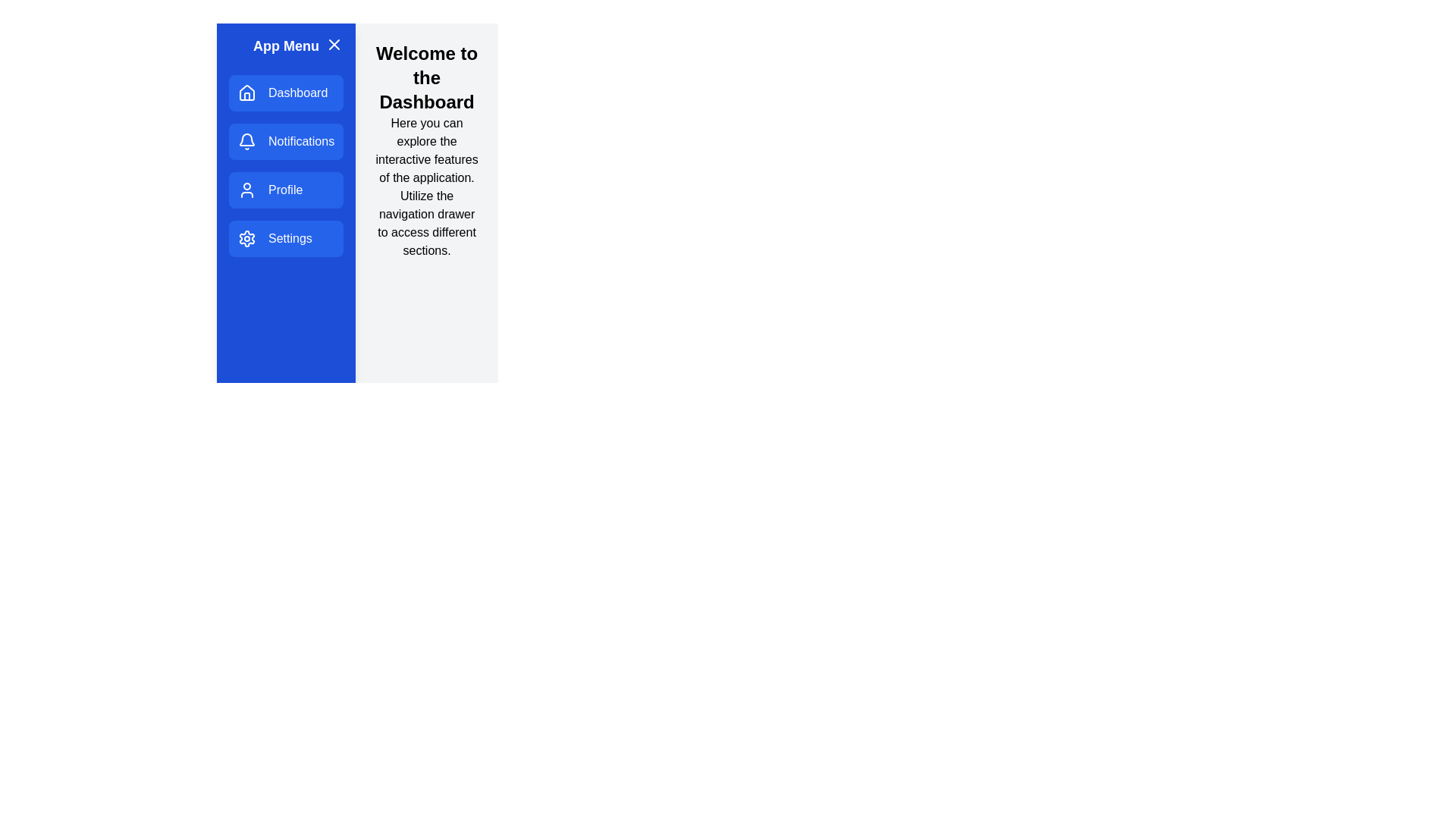 The width and height of the screenshot is (1456, 819). What do you see at coordinates (286, 45) in the screenshot?
I see `the static text label at the top of the vertical menu panel on the left side of the interface, which indicates the menu's purpose` at bounding box center [286, 45].